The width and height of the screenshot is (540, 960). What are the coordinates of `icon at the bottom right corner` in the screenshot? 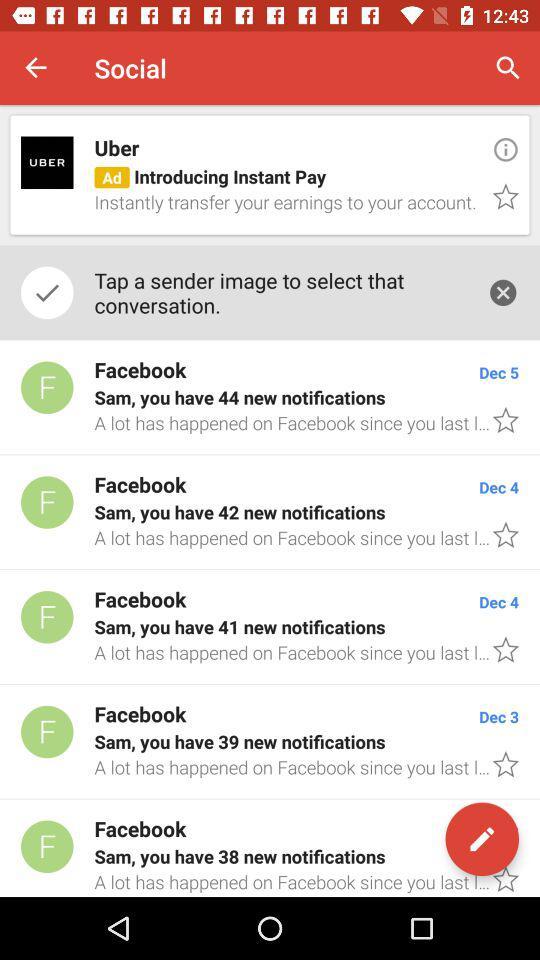 It's located at (481, 839).